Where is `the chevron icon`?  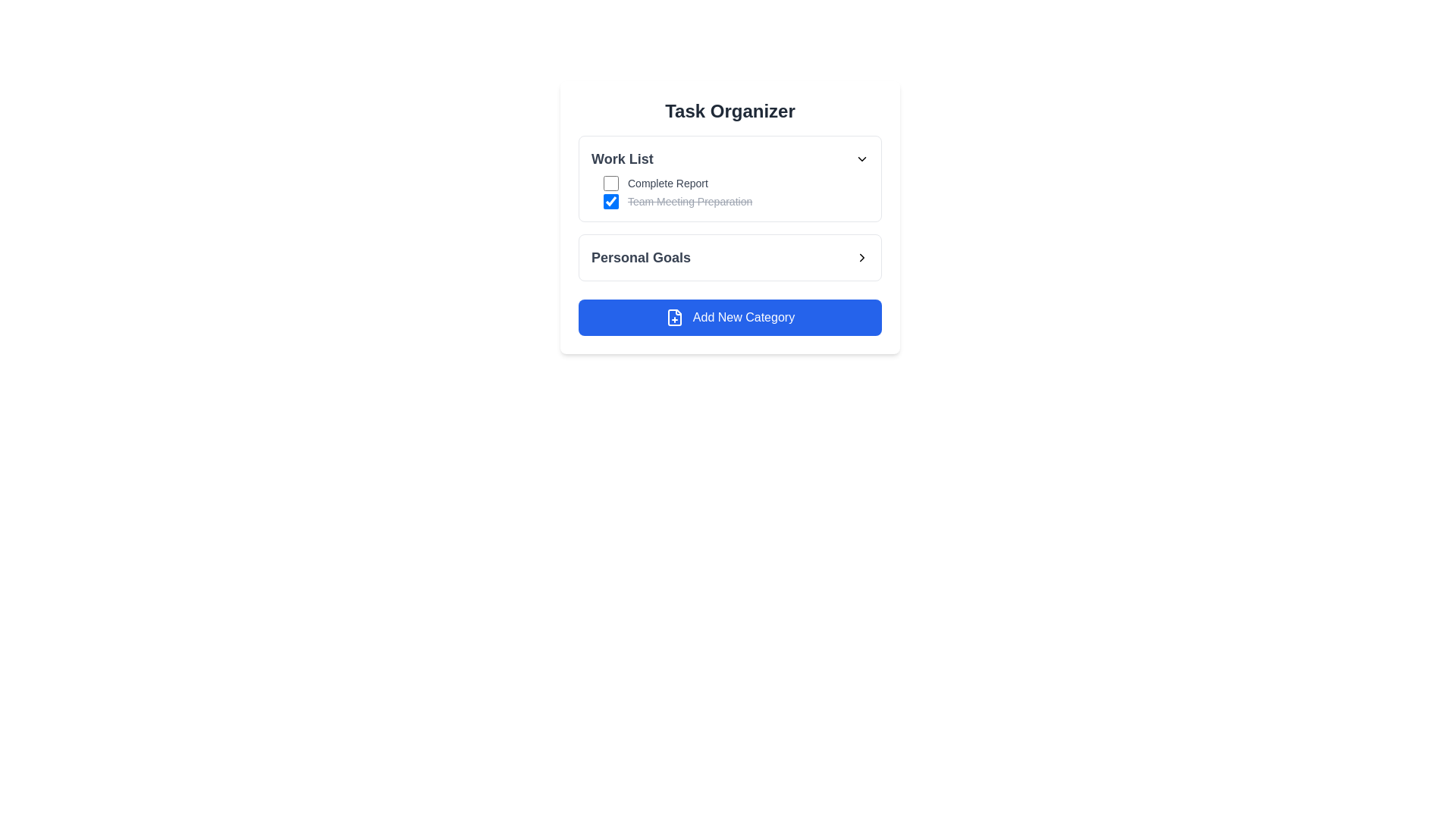
the chevron icon is located at coordinates (862, 256).